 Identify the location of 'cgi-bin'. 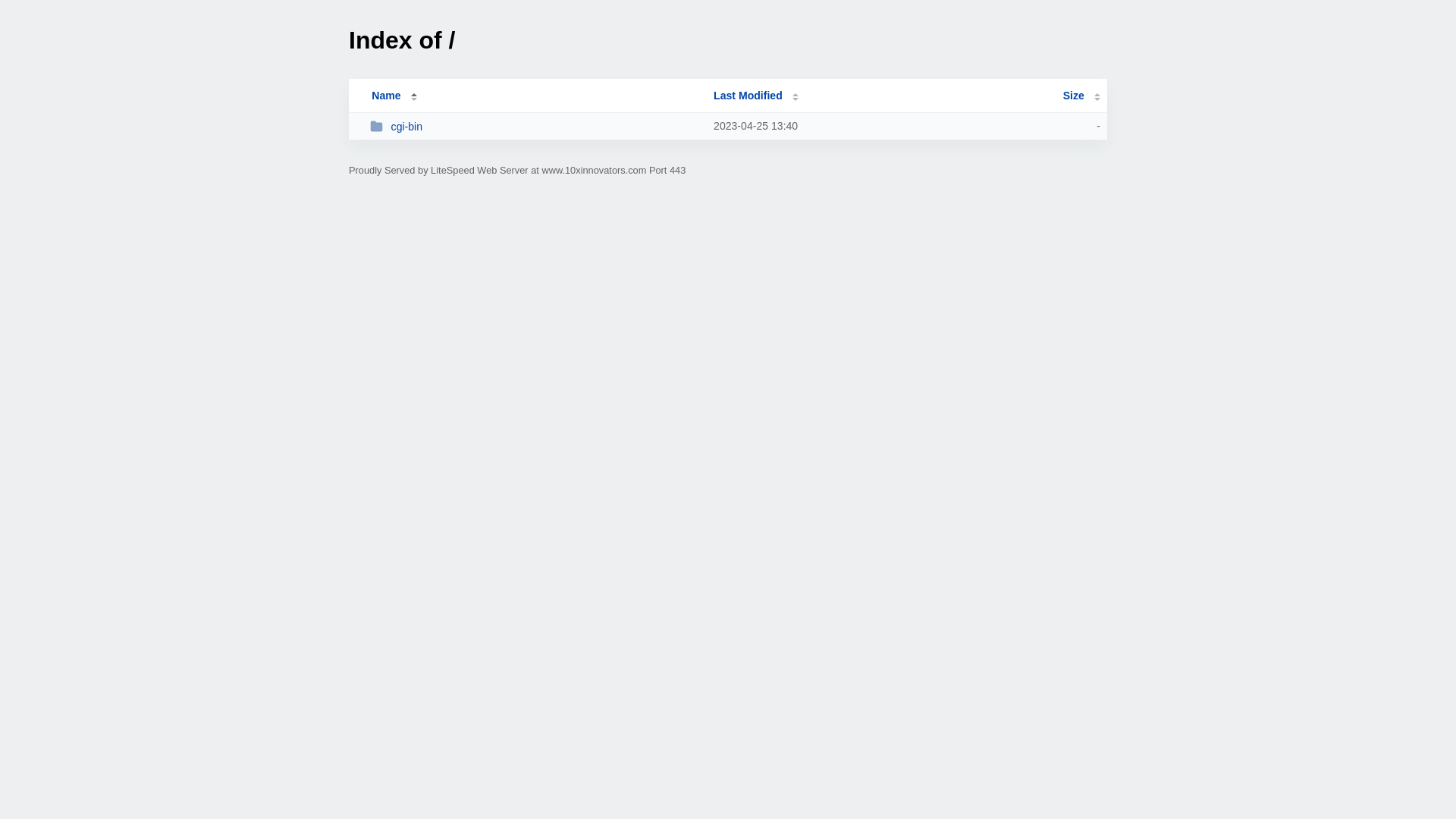
(535, 125).